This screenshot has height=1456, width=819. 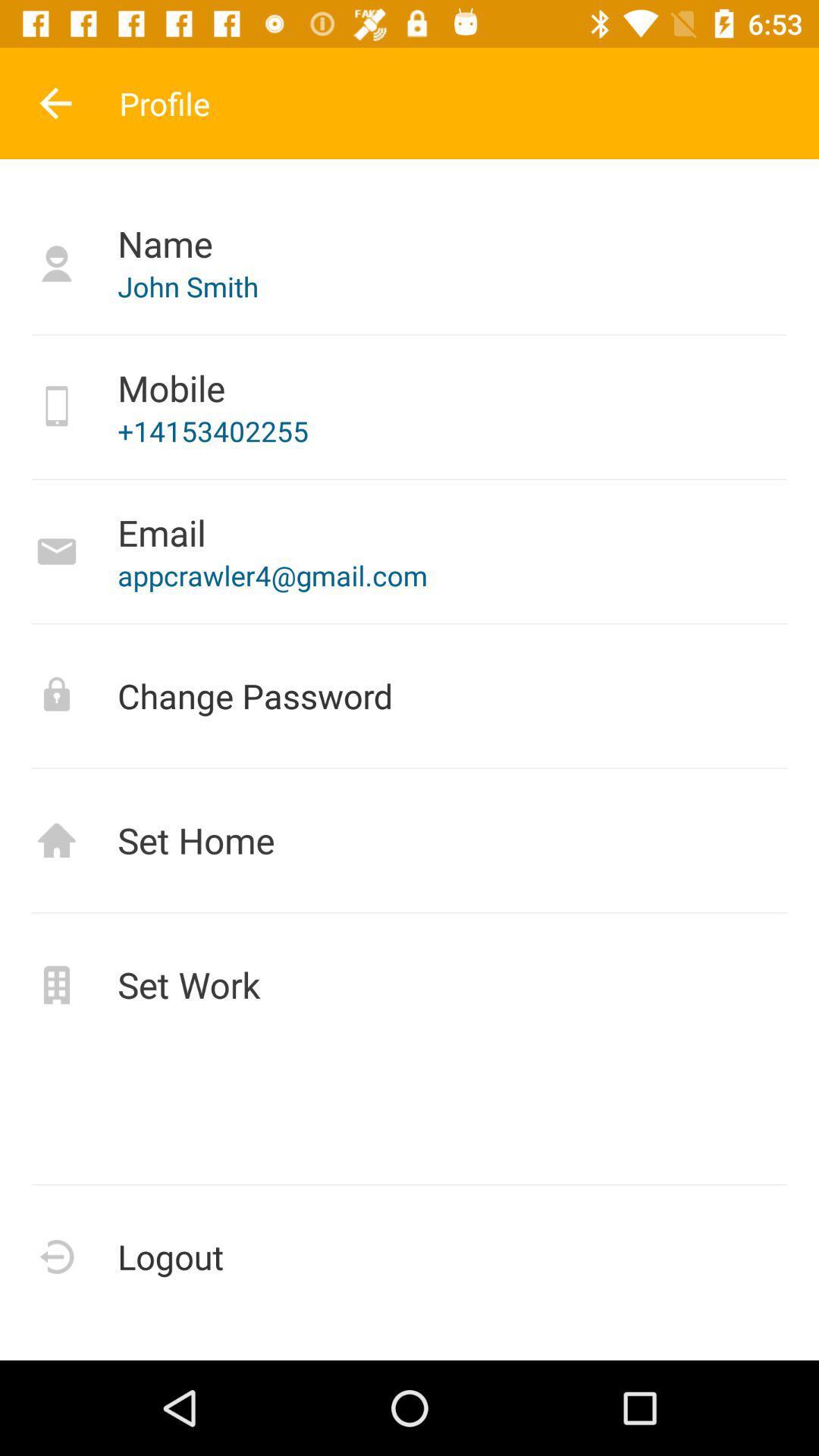 What do you see at coordinates (55, 102) in the screenshot?
I see `the item to the left of the profile app` at bounding box center [55, 102].